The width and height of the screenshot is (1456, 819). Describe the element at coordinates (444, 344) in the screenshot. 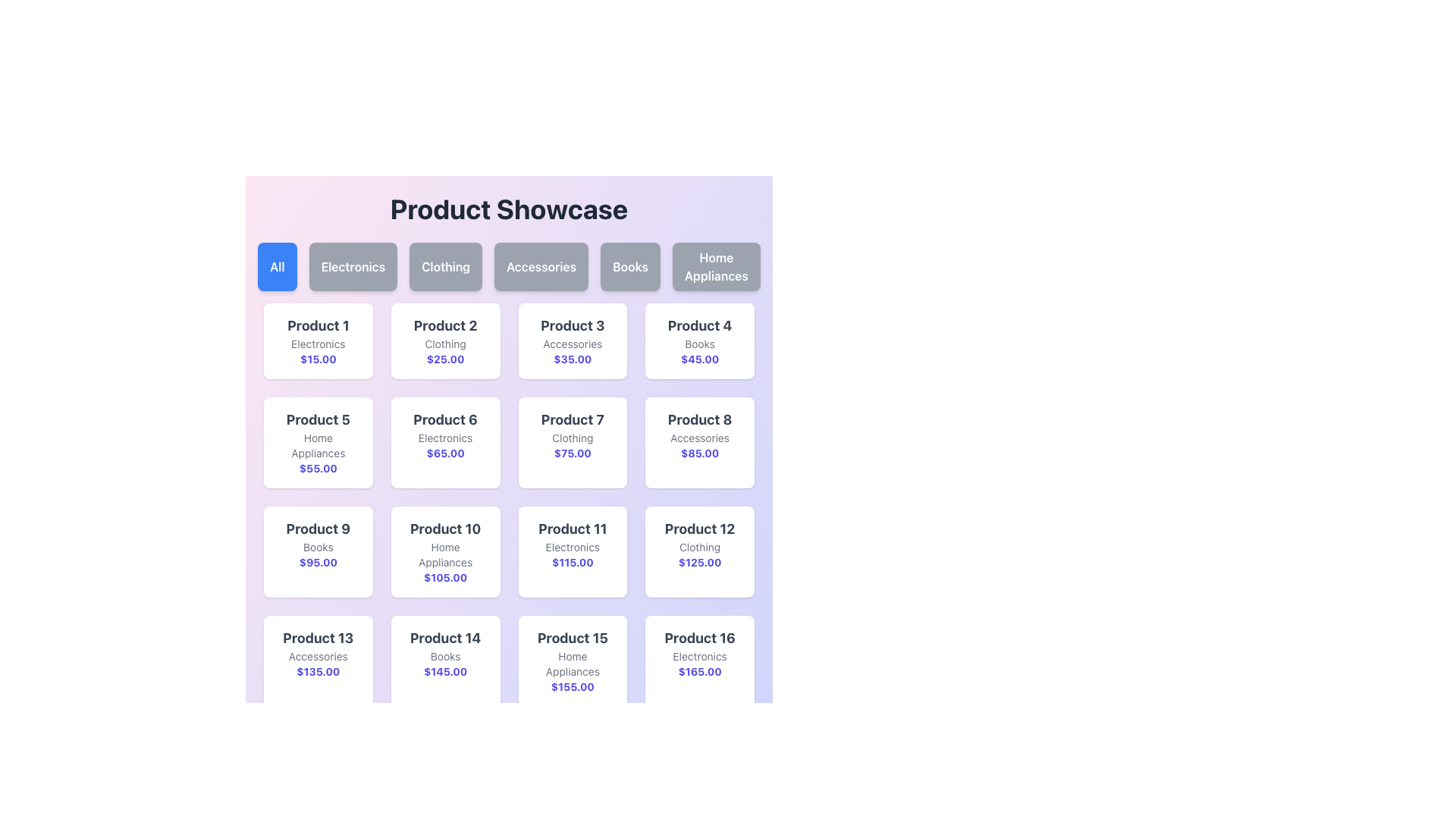

I see `text from the 'Clothing' category label located in the card for 'Product 2', which is positioned below the title and above the price` at that location.